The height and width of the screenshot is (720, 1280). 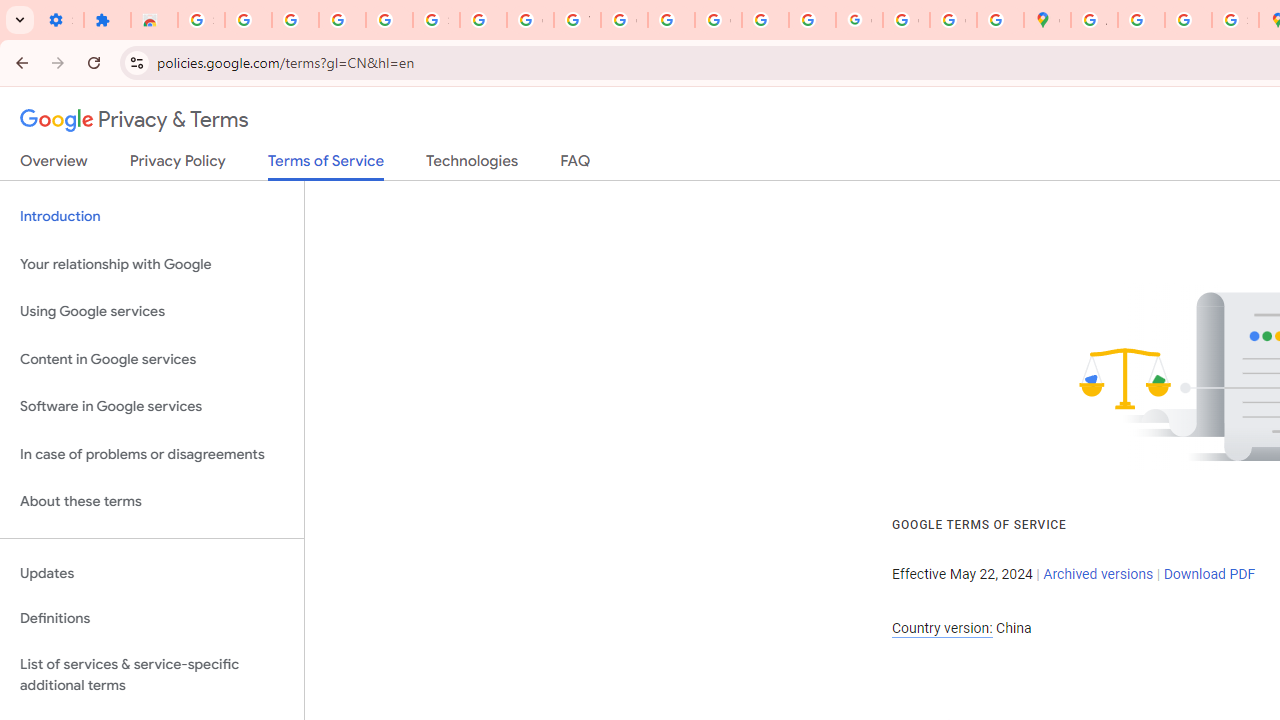 I want to click on 'Updates', so click(x=151, y=573).